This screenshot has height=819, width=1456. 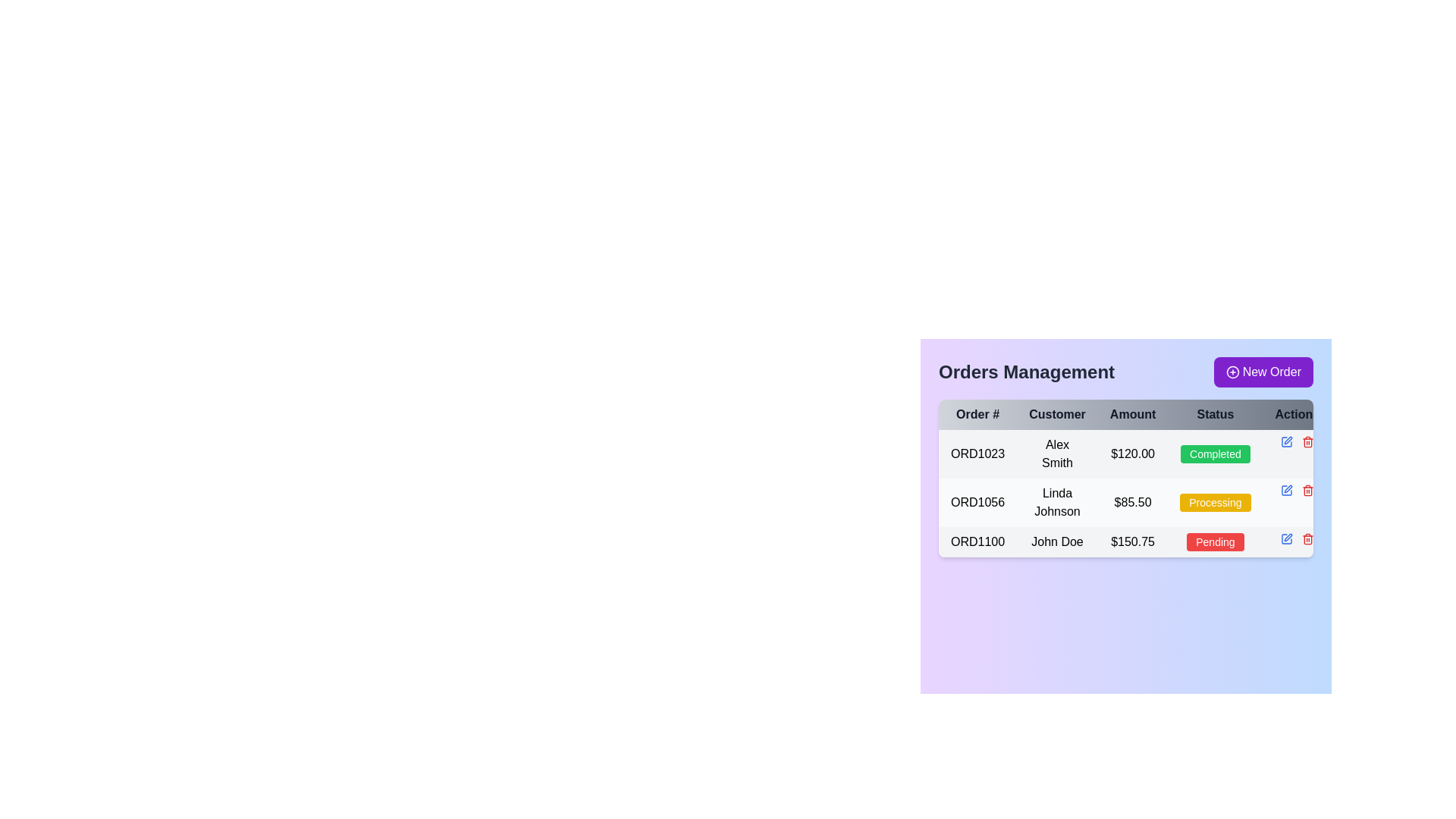 What do you see at coordinates (1215, 541) in the screenshot?
I see `the 'Pending' status badge with a red background in the 'Status' column of the 'Orders Management' table associated with 'John Doe' and order ID 'ORD1100'` at bounding box center [1215, 541].